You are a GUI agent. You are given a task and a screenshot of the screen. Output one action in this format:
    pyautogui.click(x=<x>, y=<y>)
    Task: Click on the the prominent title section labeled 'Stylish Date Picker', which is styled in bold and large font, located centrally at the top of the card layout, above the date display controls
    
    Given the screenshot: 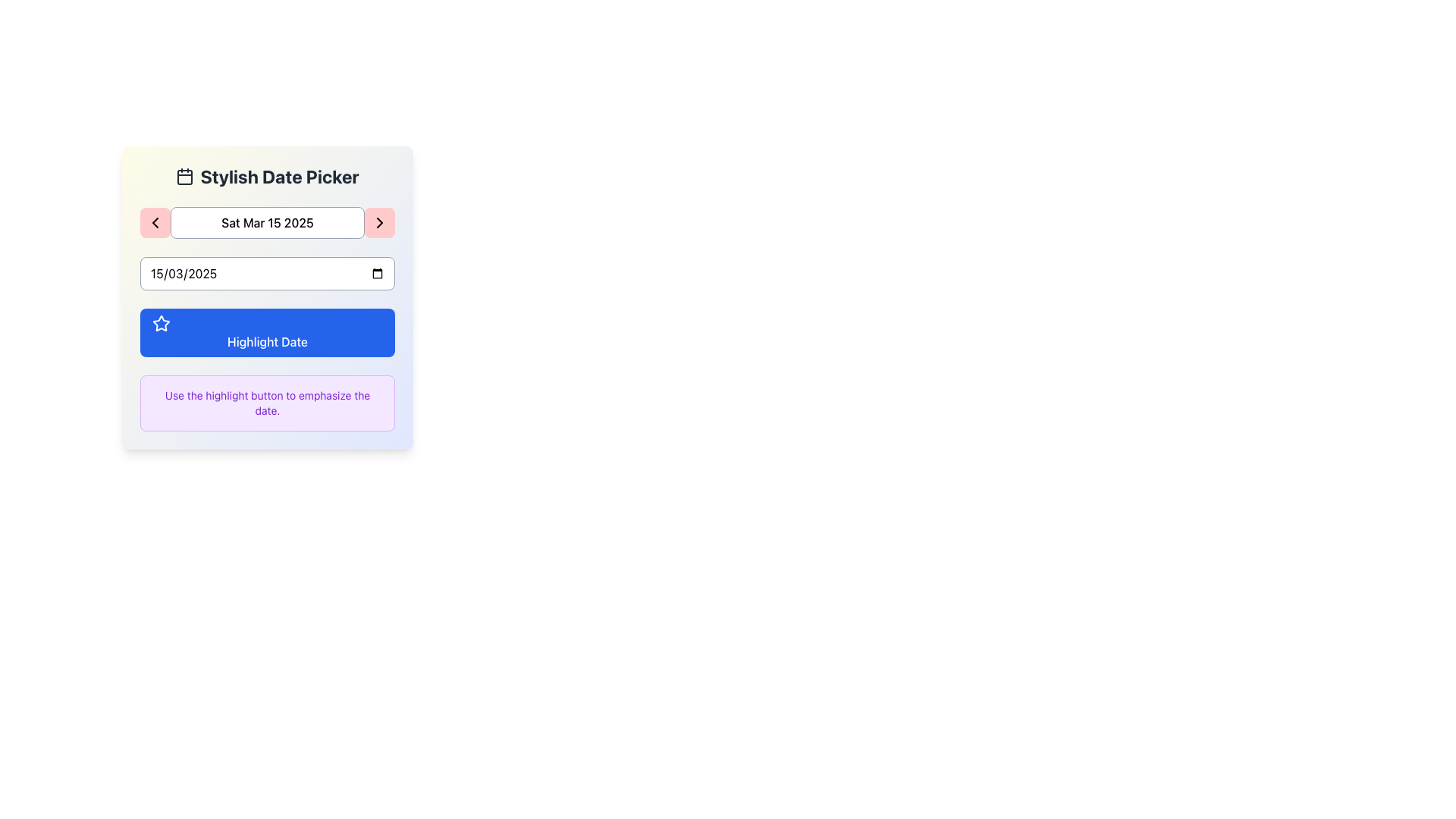 What is the action you would take?
    pyautogui.click(x=268, y=175)
    